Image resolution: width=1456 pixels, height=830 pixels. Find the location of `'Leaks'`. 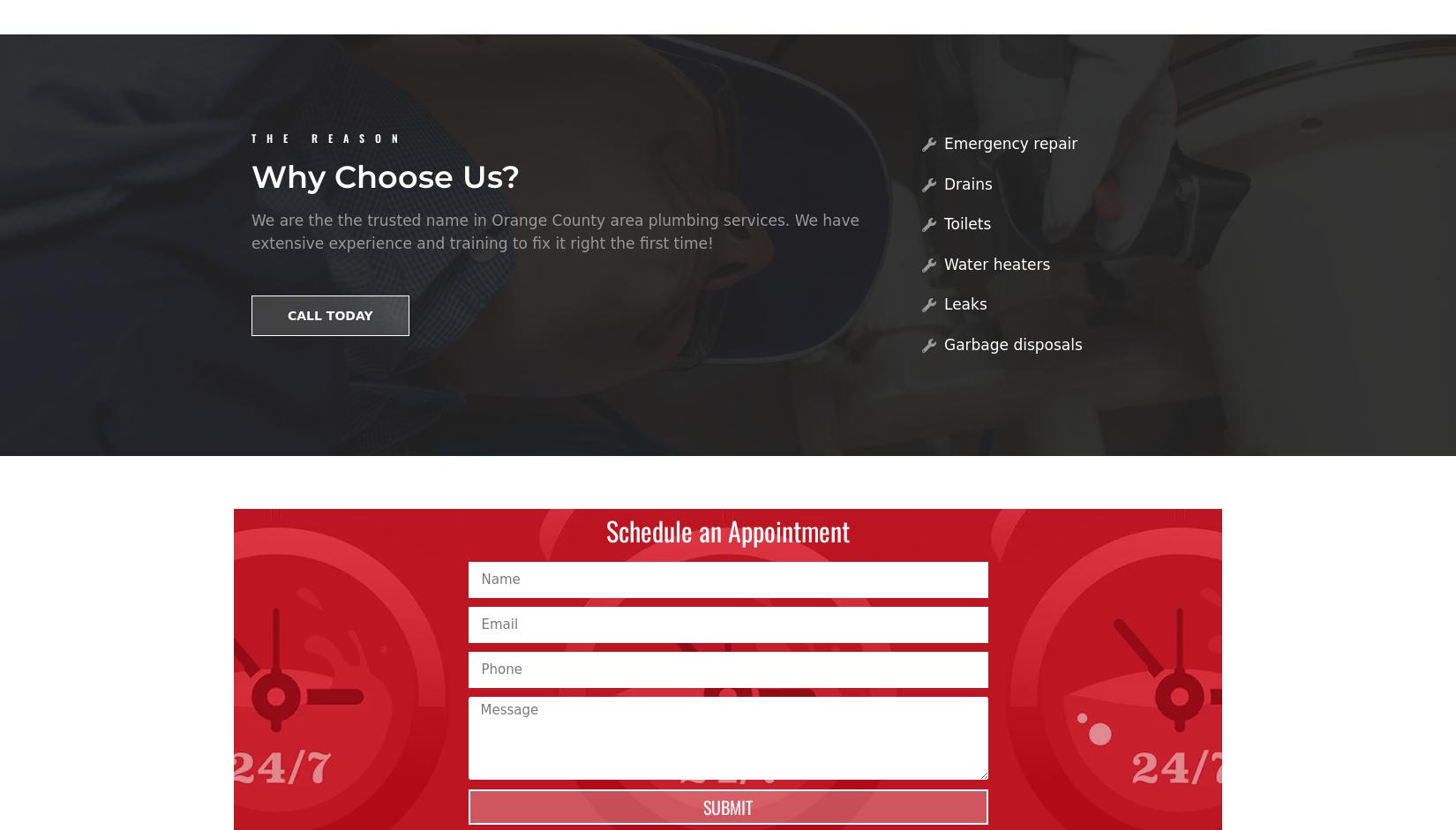

'Leaks' is located at coordinates (943, 303).